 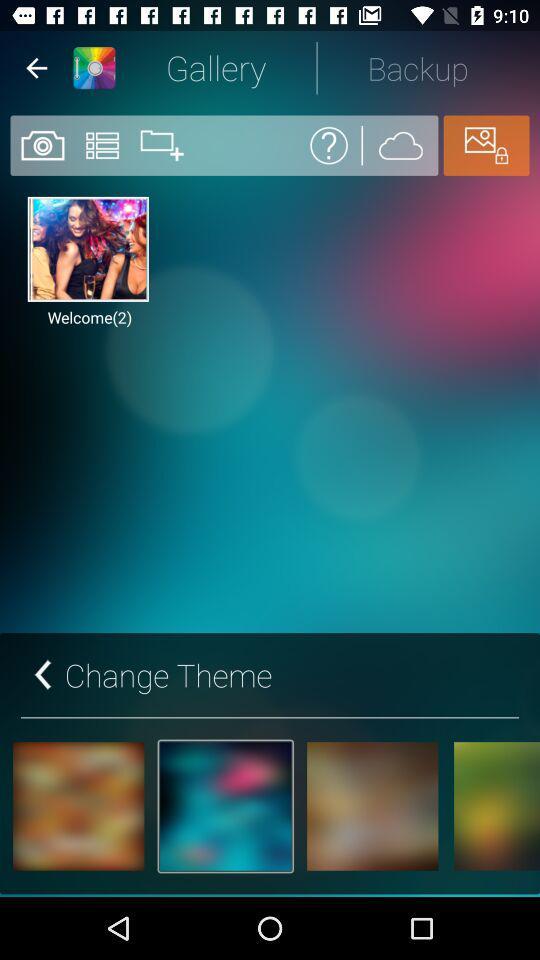 I want to click on the weather icon, so click(x=400, y=144).